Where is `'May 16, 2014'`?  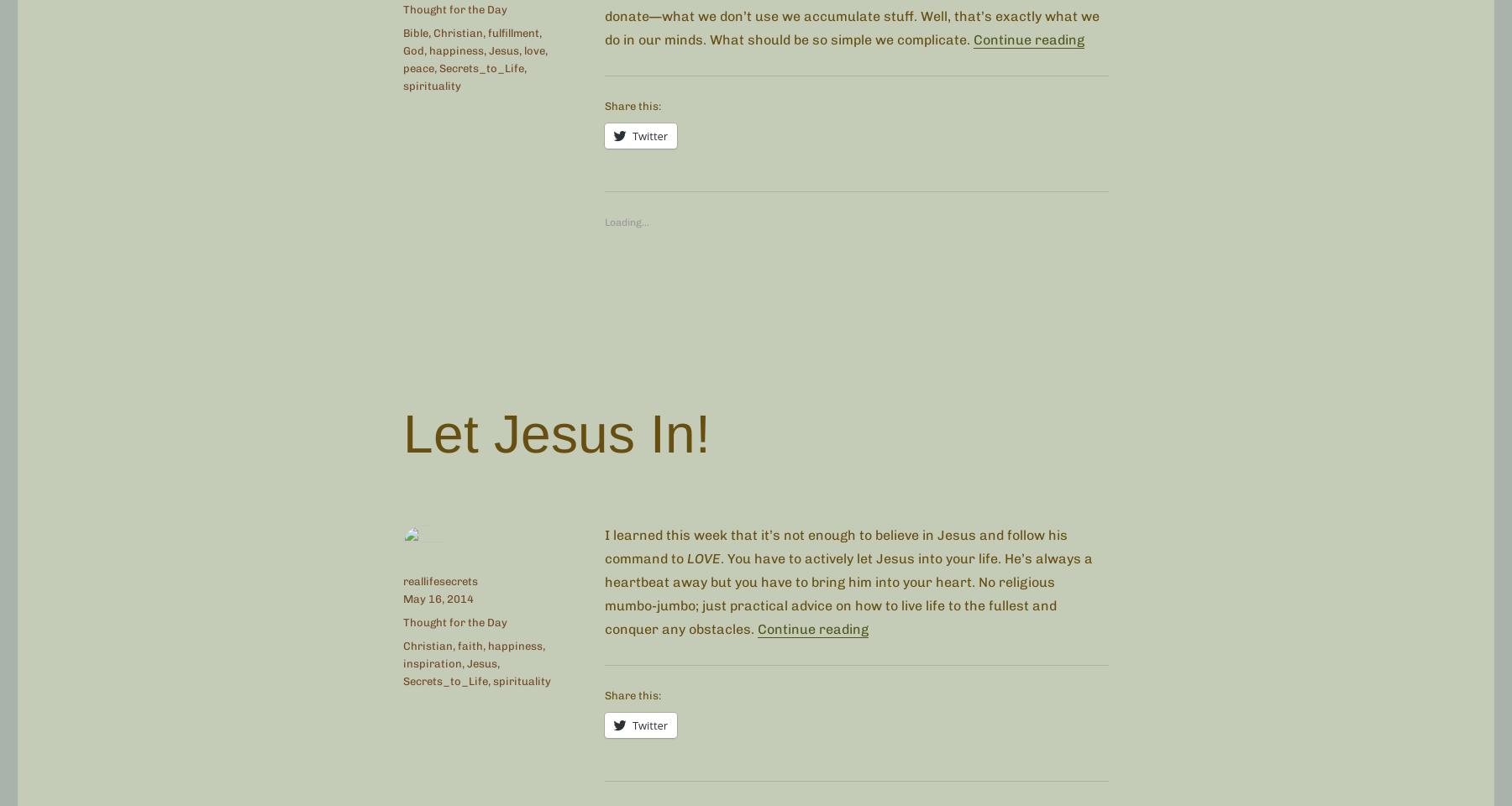 'May 16, 2014' is located at coordinates (438, 599).